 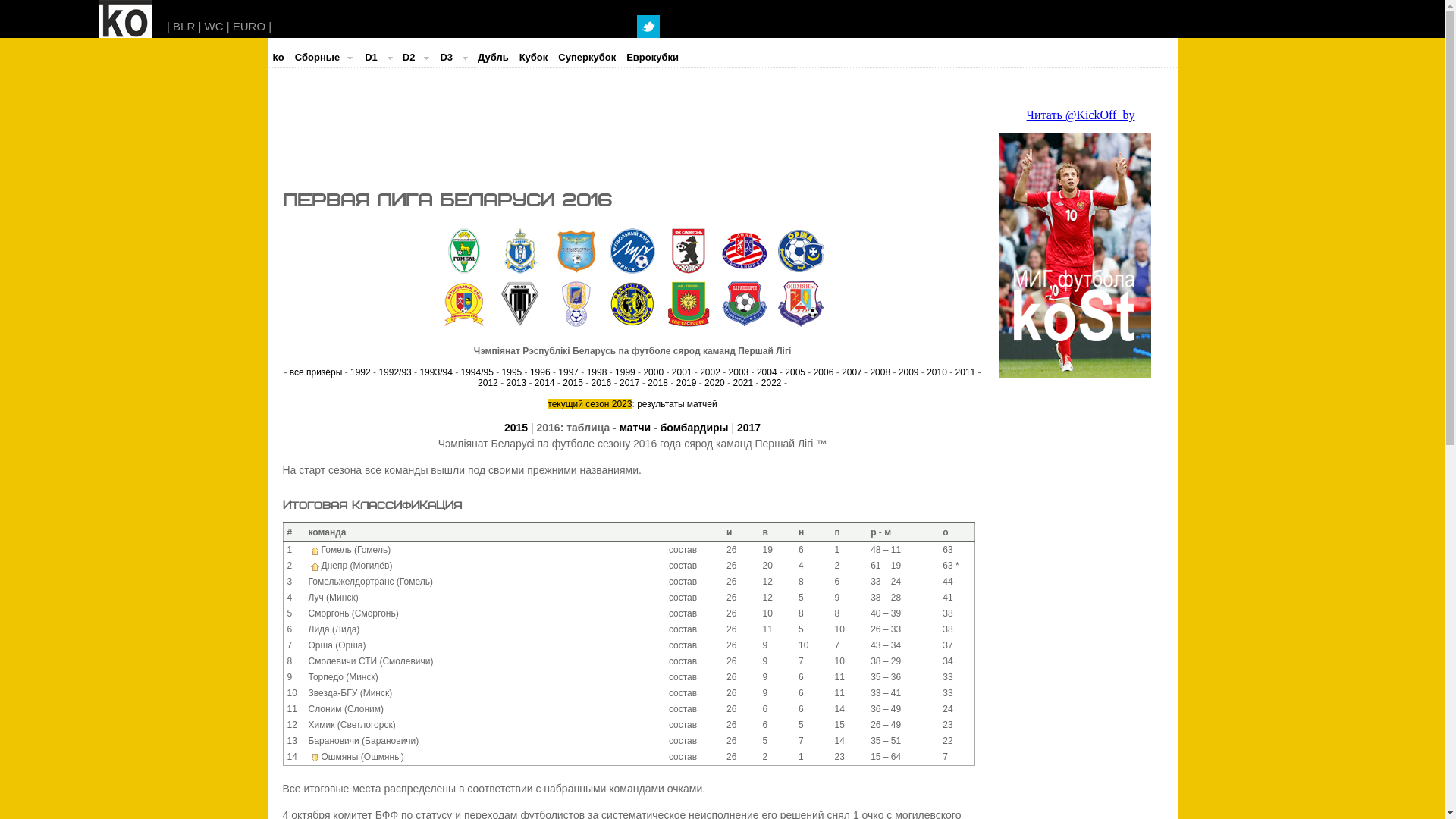 What do you see at coordinates (681, 372) in the screenshot?
I see `'2001'` at bounding box center [681, 372].